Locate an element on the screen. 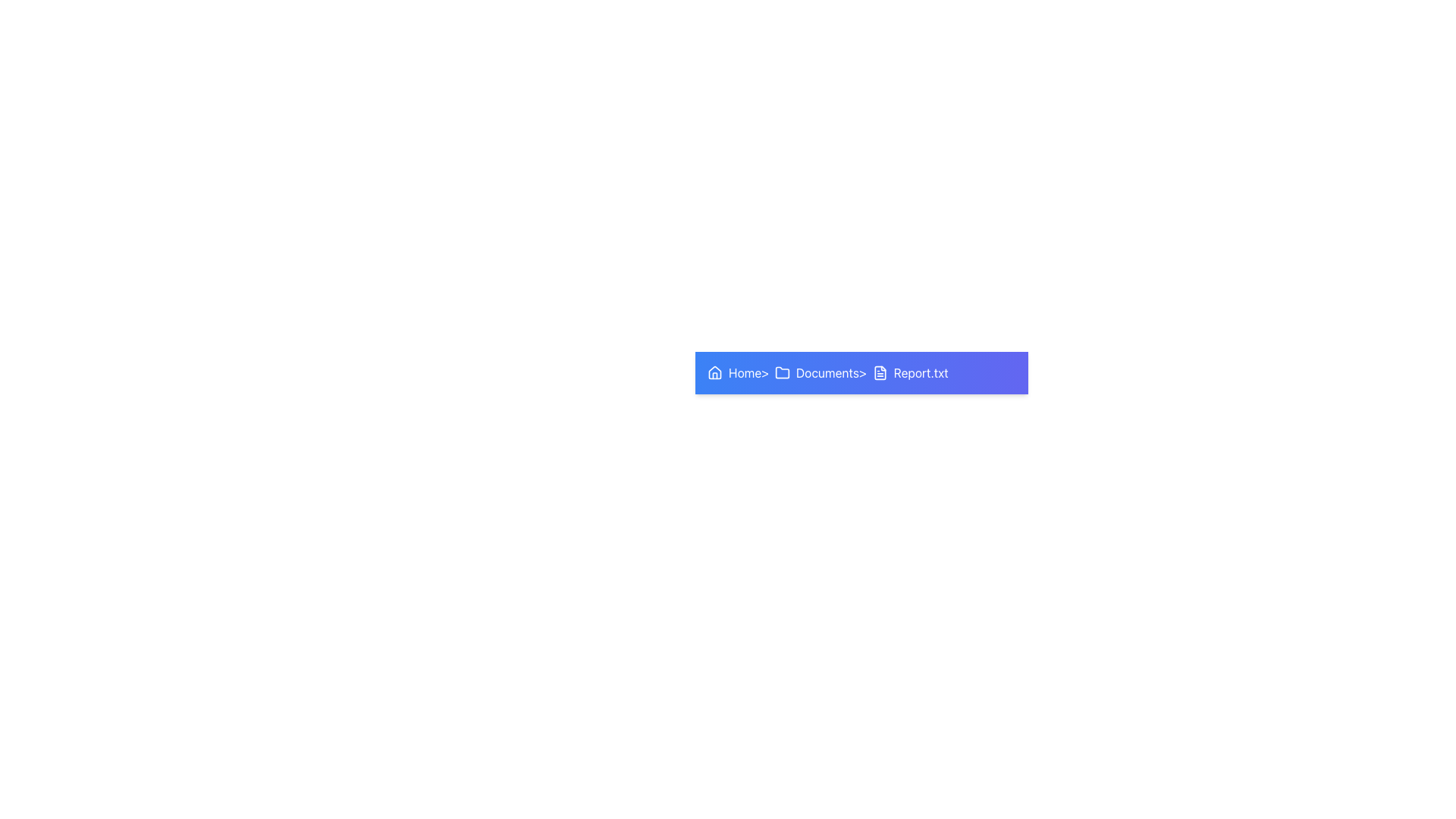  the folder icon in the navigation bar is located at coordinates (783, 373).